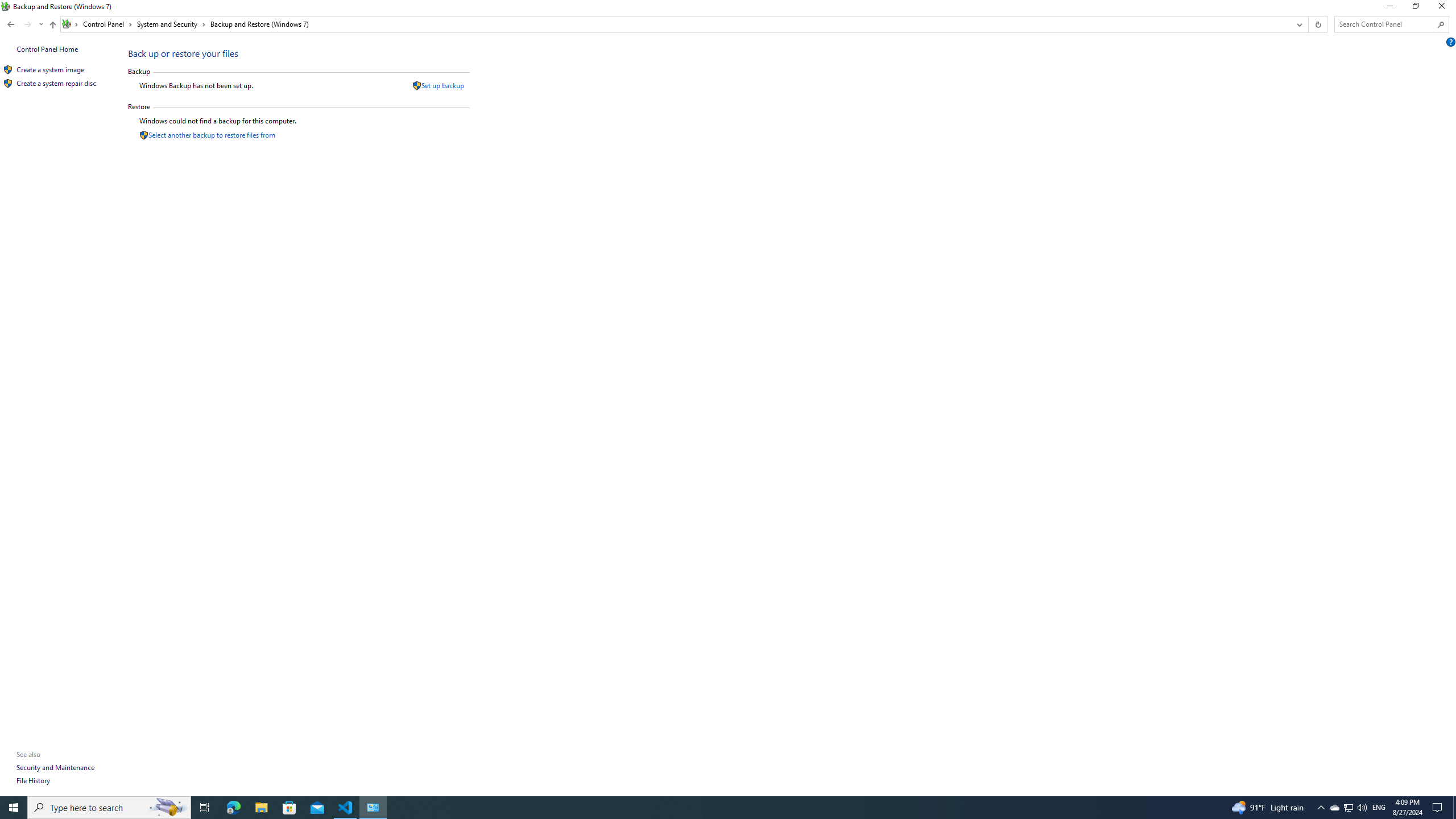 This screenshot has width=1456, height=819. Describe the element at coordinates (27, 24) in the screenshot. I see `'Forward (Alt + Right Arrow)'` at that location.